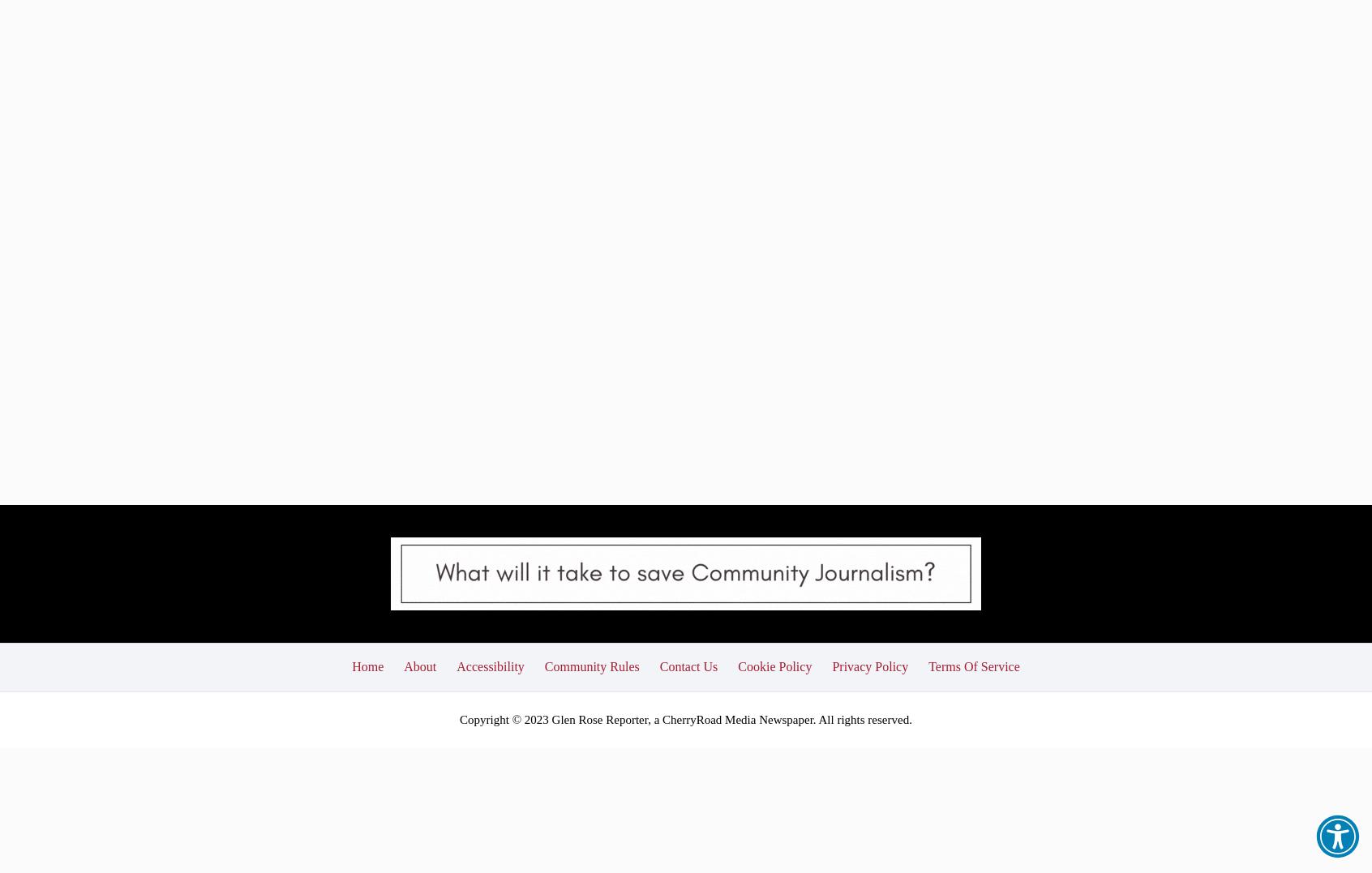  What do you see at coordinates (927, 541) in the screenshot?
I see `'Terms of Service'` at bounding box center [927, 541].